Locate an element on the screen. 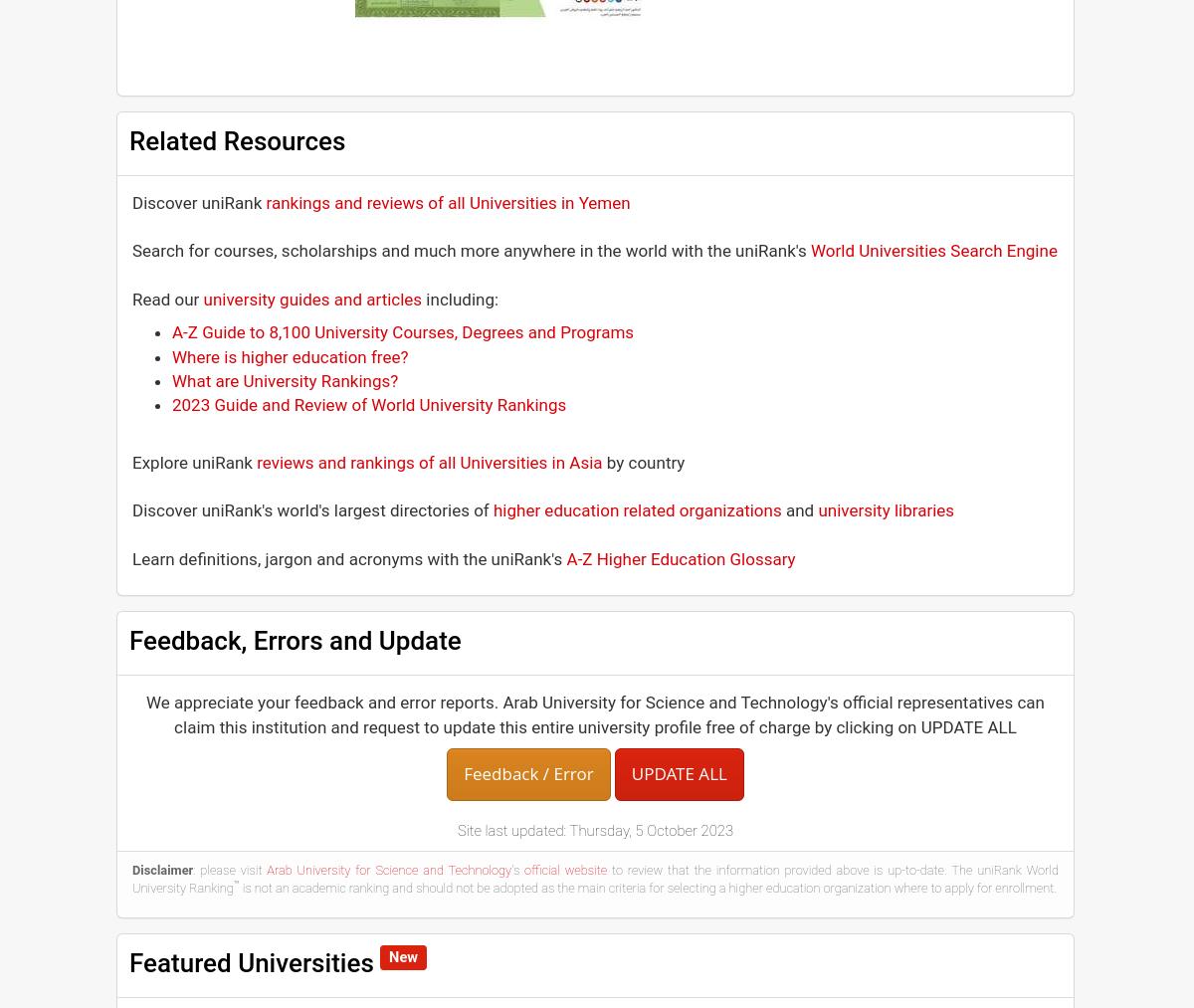  'World Universities Search Engine' is located at coordinates (810, 250).